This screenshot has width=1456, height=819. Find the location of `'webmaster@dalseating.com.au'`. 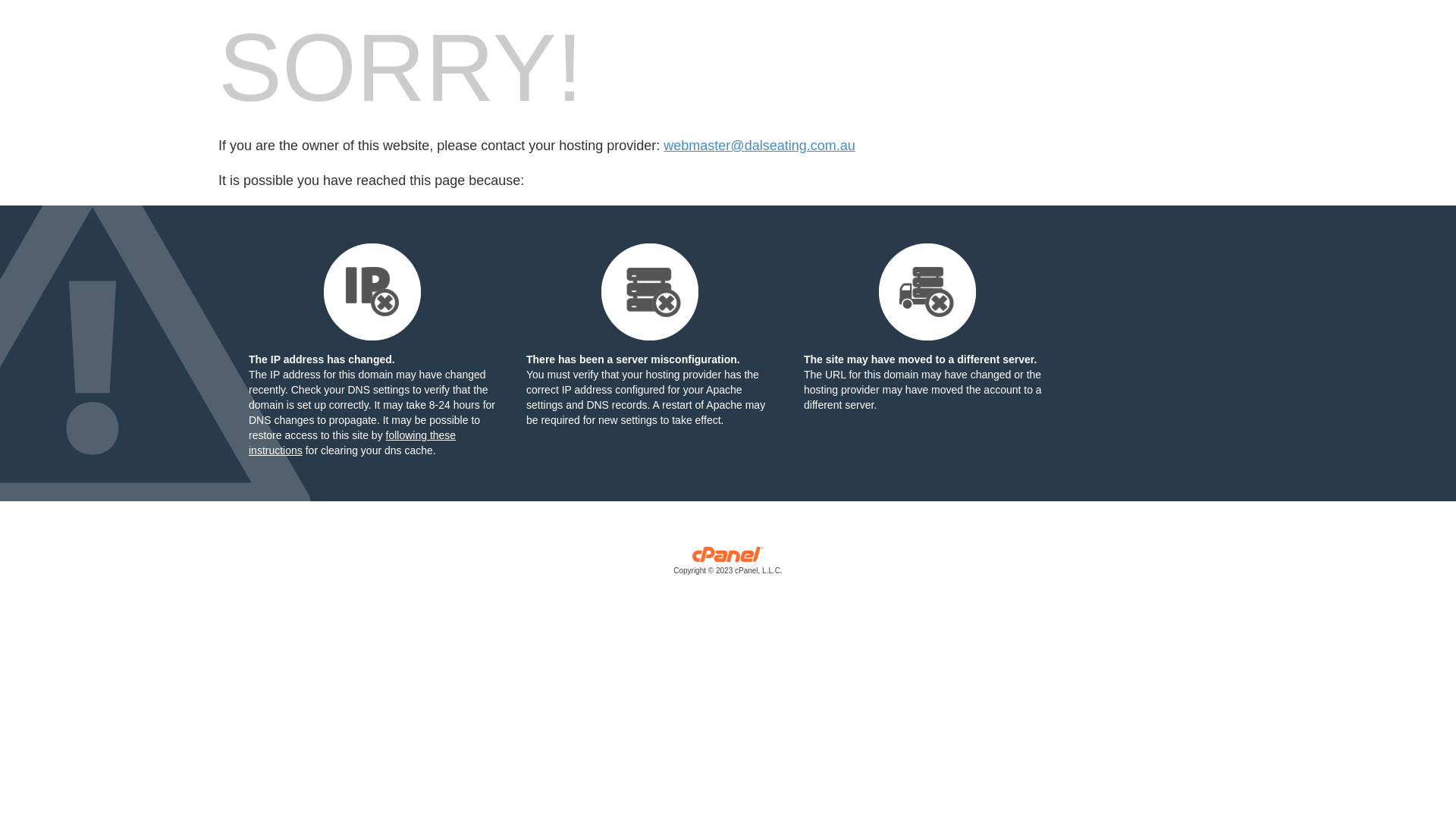

'webmaster@dalseating.com.au' is located at coordinates (759, 146).